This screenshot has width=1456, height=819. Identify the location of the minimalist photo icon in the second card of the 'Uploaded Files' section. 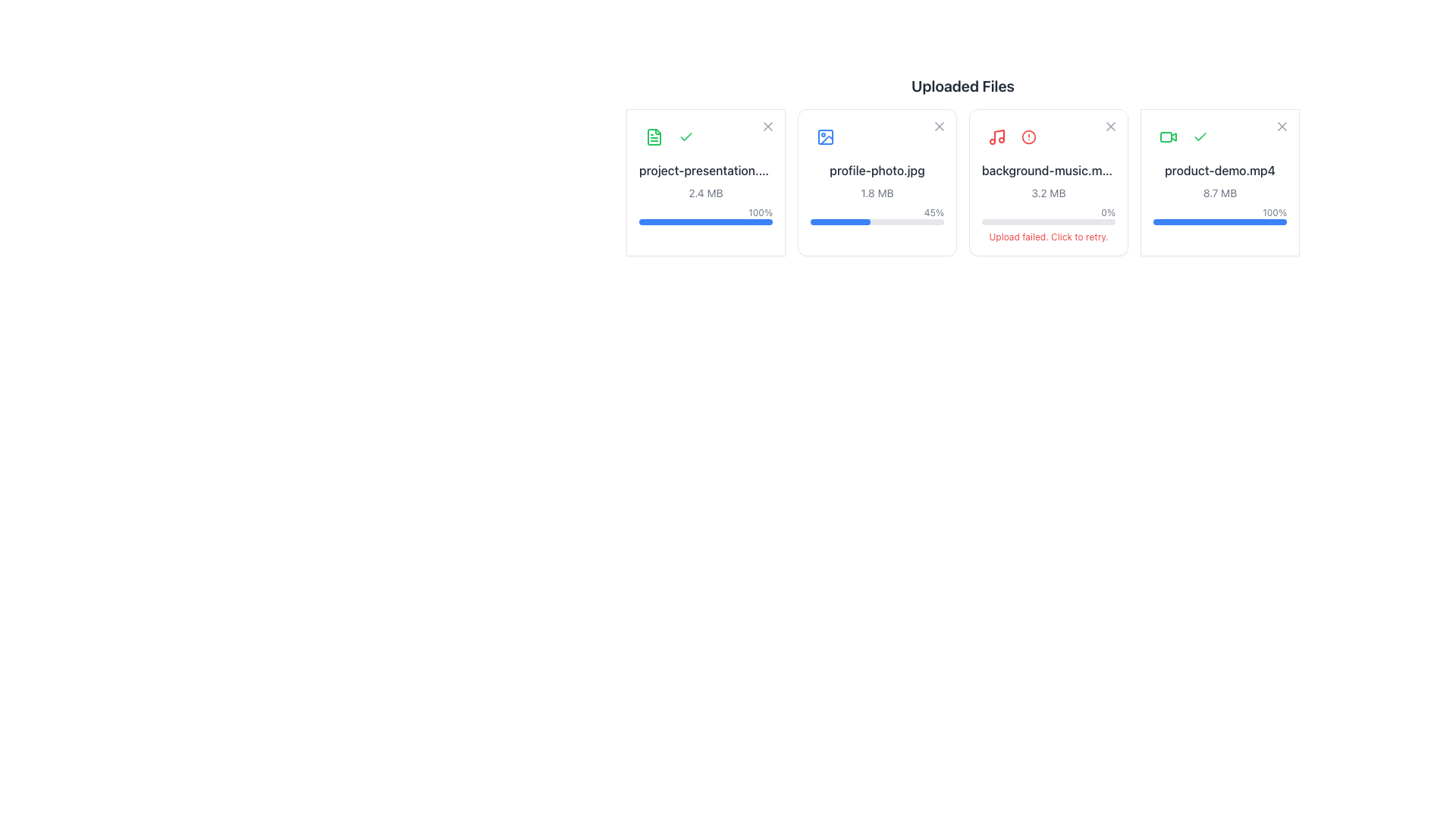
(825, 137).